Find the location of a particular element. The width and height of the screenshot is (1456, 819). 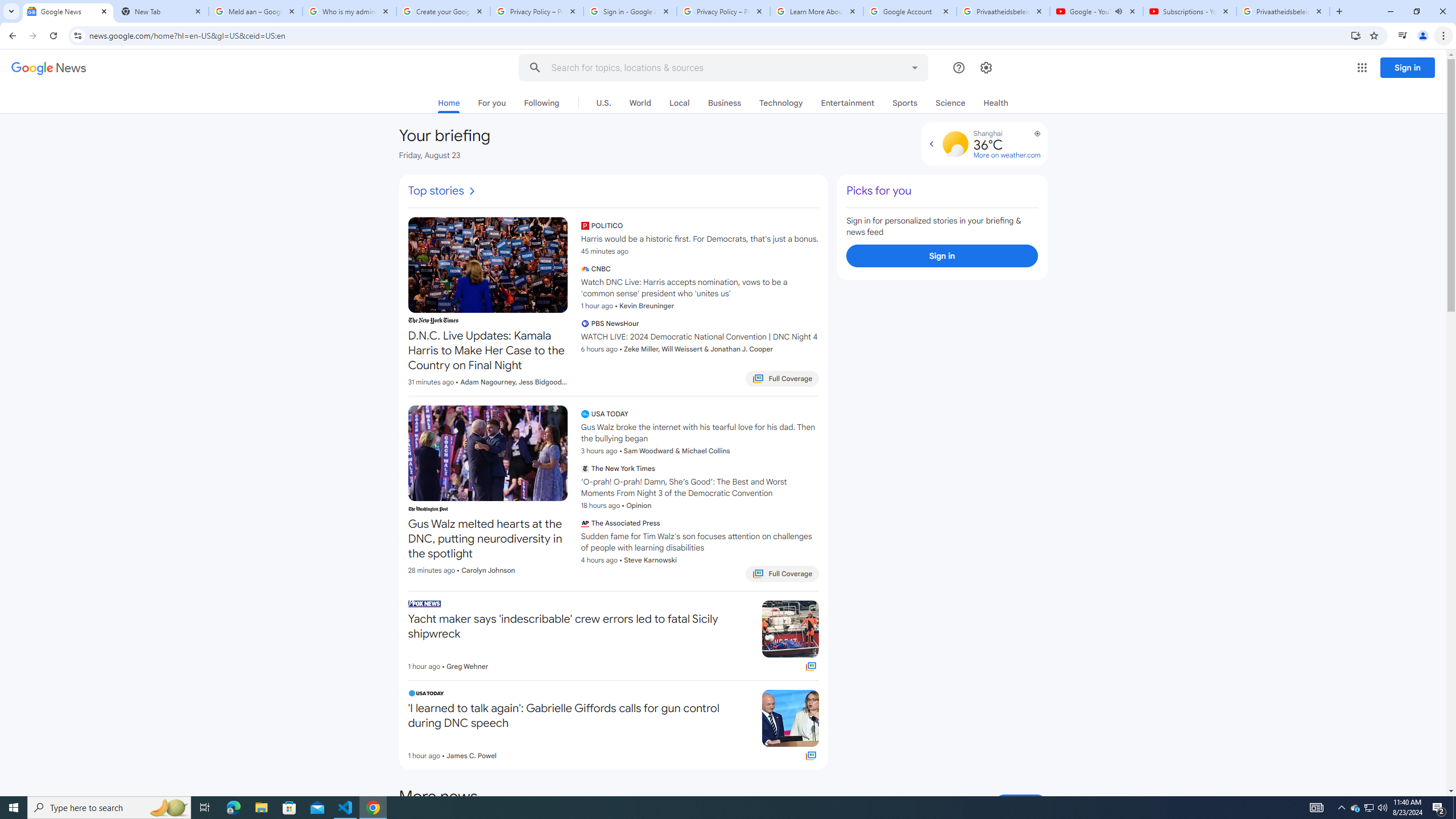

'Science' is located at coordinates (950, 102).